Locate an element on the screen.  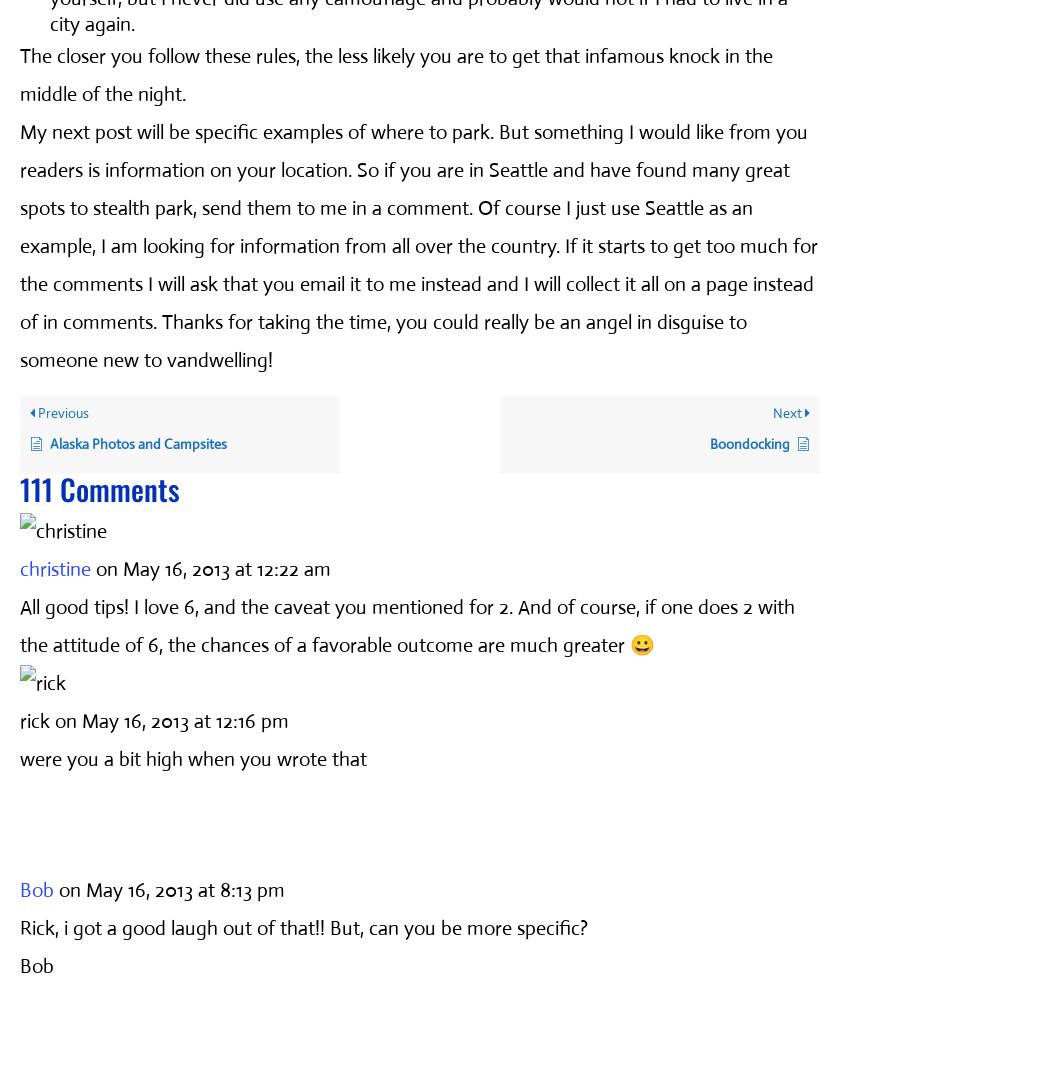
'rick' is located at coordinates (34, 720).